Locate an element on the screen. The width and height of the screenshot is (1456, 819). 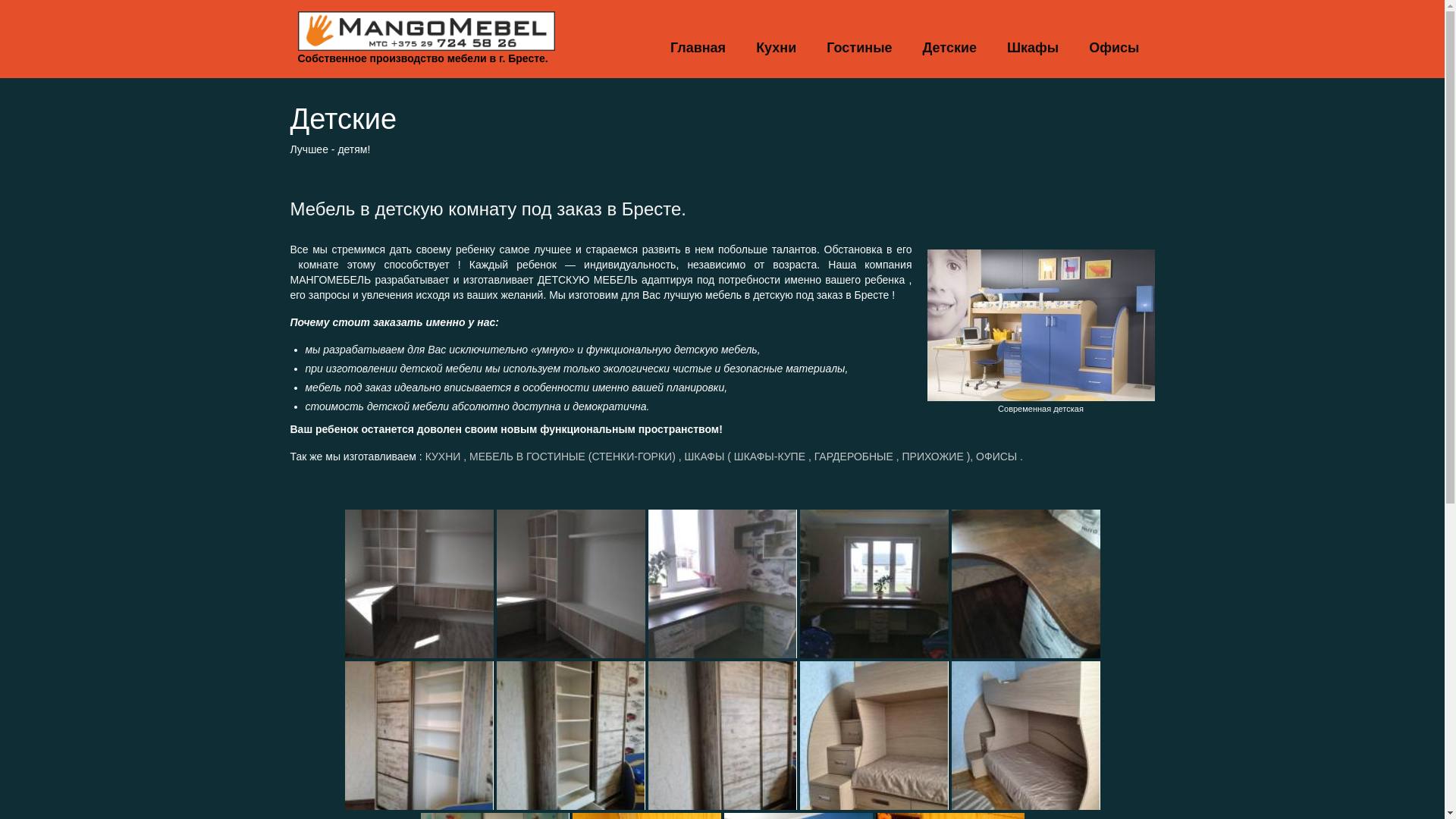
'detskaja-sovremennaja' is located at coordinates (1040, 324).